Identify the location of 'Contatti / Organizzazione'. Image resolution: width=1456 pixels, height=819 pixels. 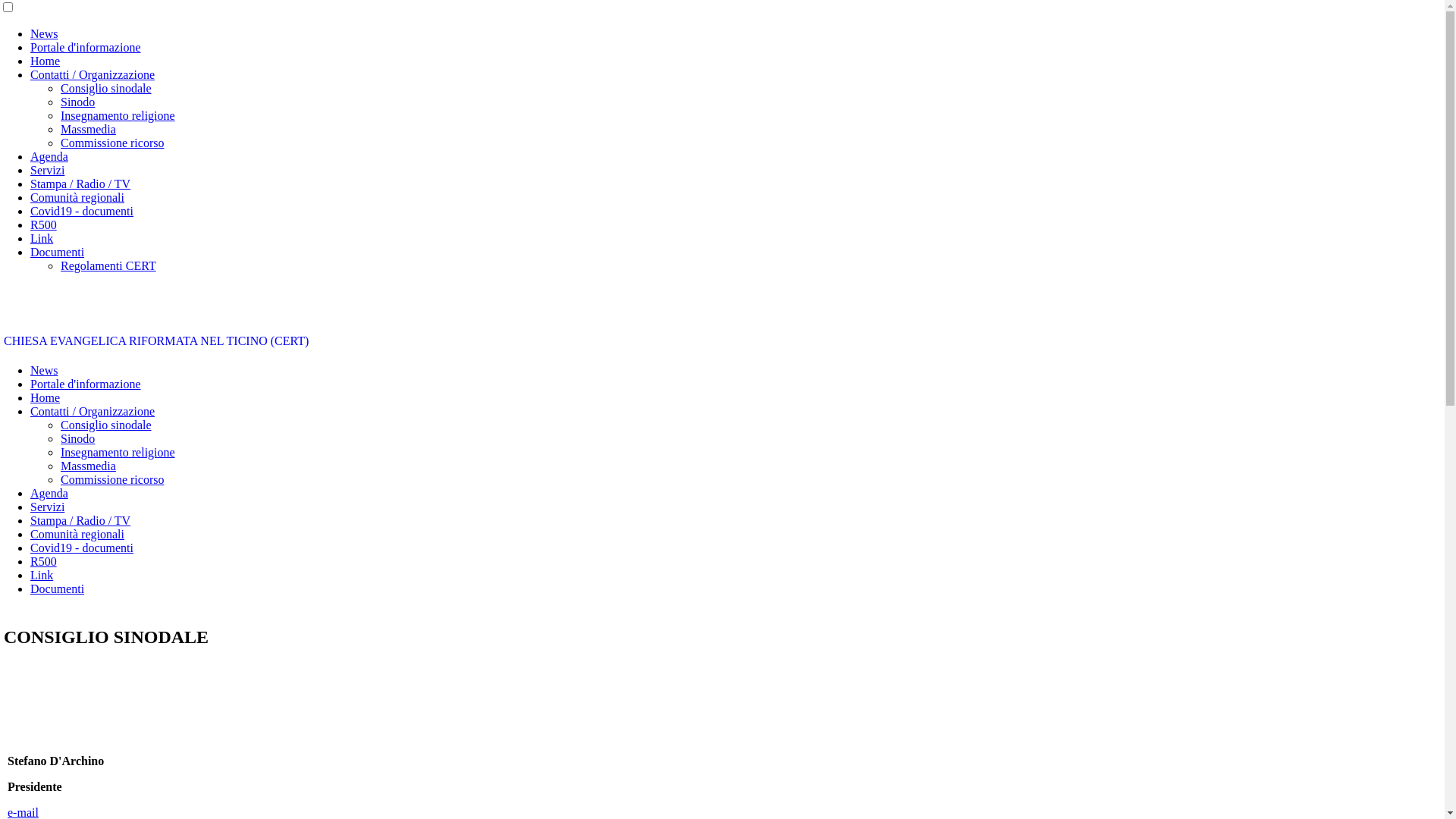
(91, 411).